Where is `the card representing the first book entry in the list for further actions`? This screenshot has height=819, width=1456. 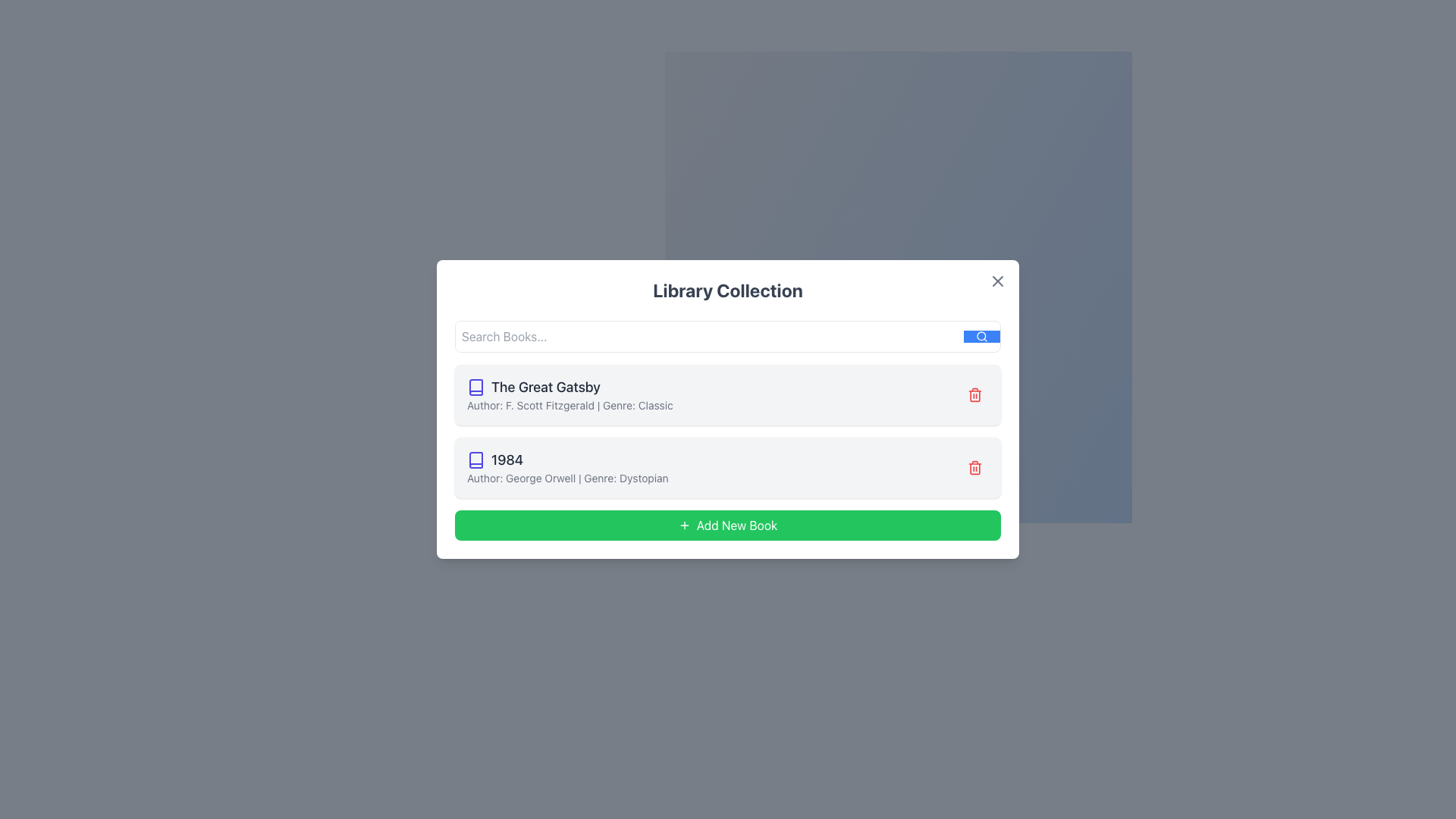 the card representing the first book entry in the list for further actions is located at coordinates (728, 394).